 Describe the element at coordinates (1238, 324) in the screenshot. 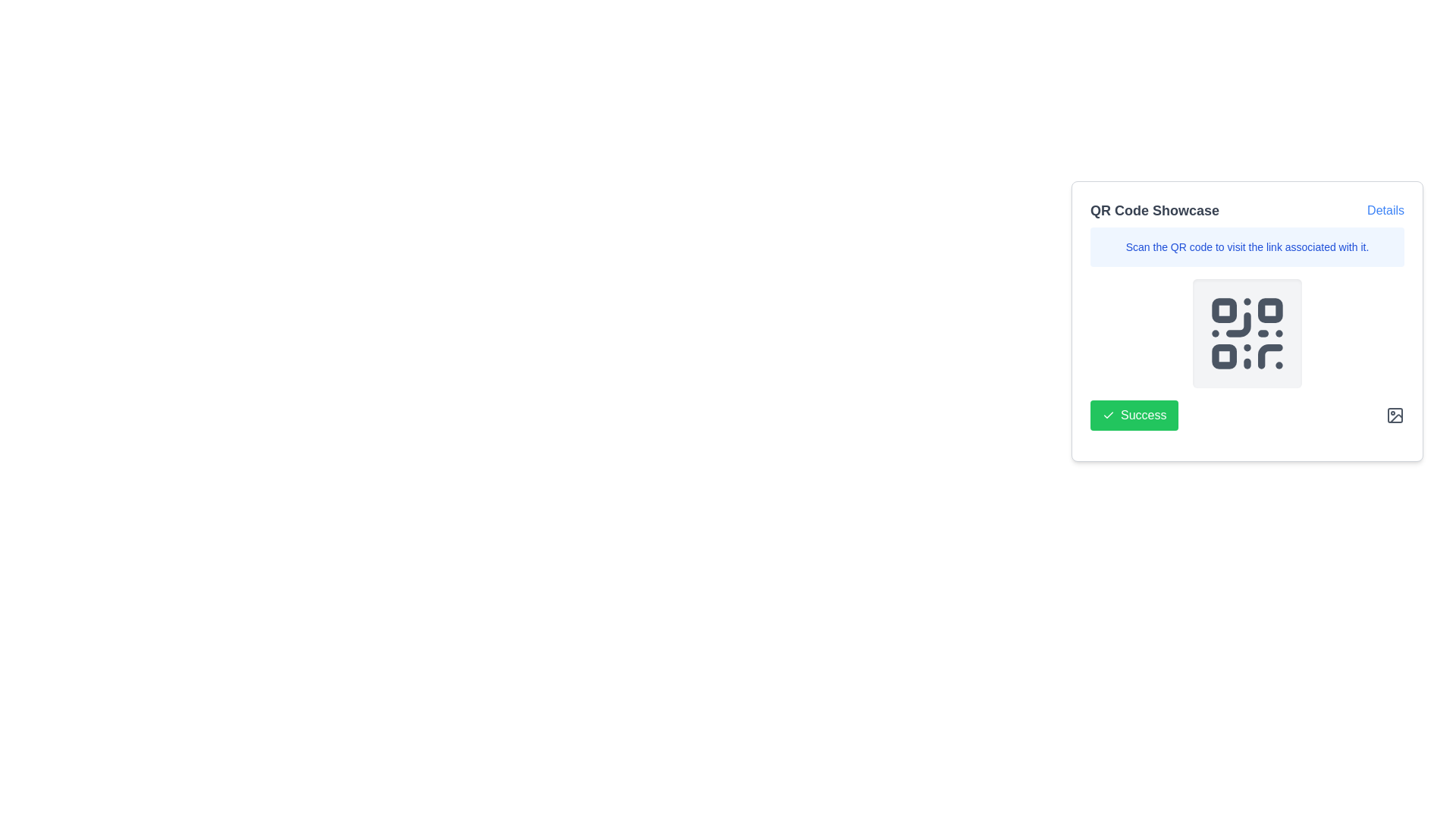

I see `the curved-line graphical element within the QR code design located in the bottom left quadrant` at that location.